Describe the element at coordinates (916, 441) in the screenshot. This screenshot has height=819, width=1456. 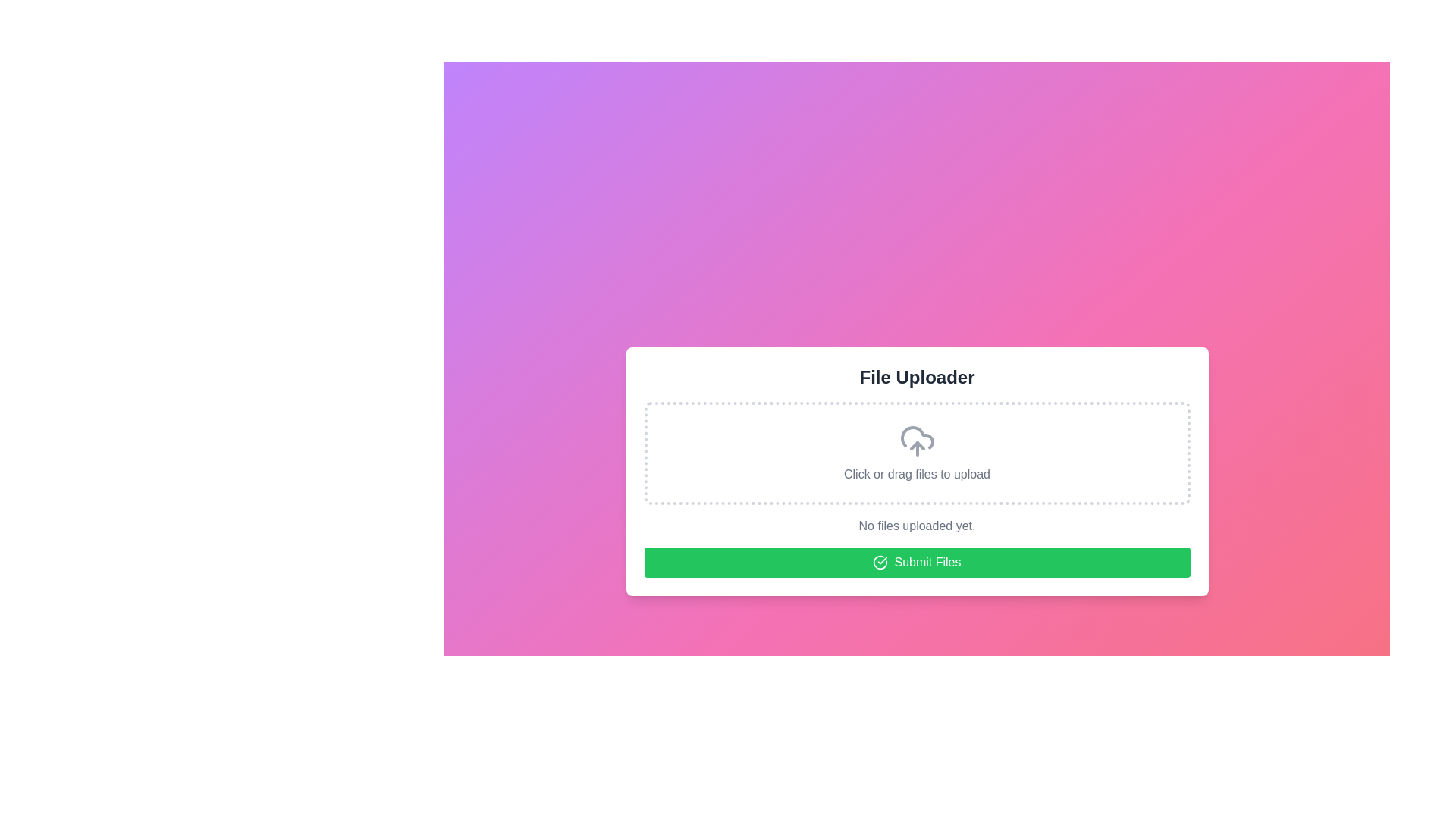
I see `the upload icon located in the 'File Uploader' section, which is visually represented by a dashed rectangle above the instruction 'Click or drag files to upload.'` at that location.